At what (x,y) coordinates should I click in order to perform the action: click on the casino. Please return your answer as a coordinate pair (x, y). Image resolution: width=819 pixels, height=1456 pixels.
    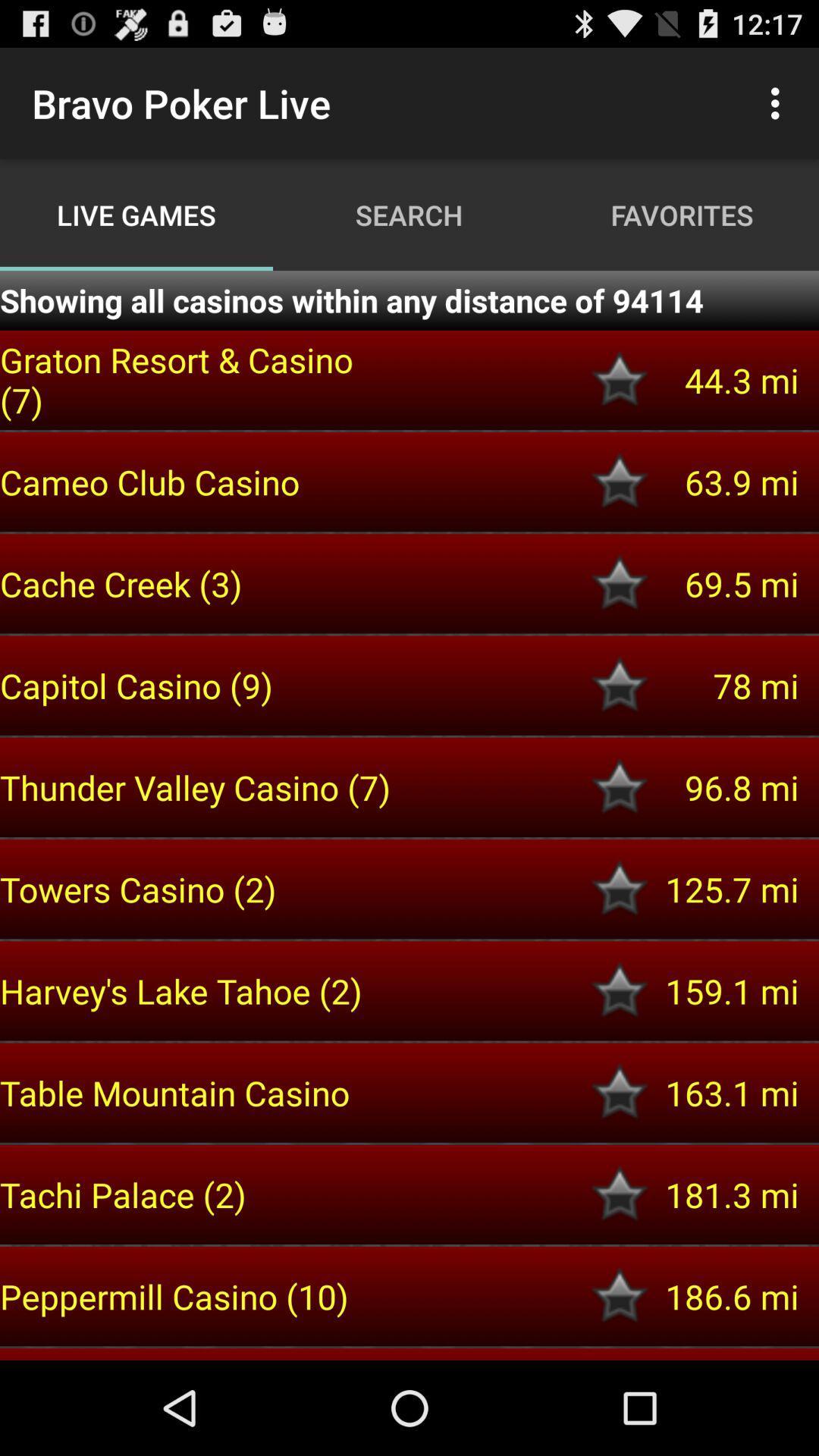
    Looking at the image, I should click on (620, 787).